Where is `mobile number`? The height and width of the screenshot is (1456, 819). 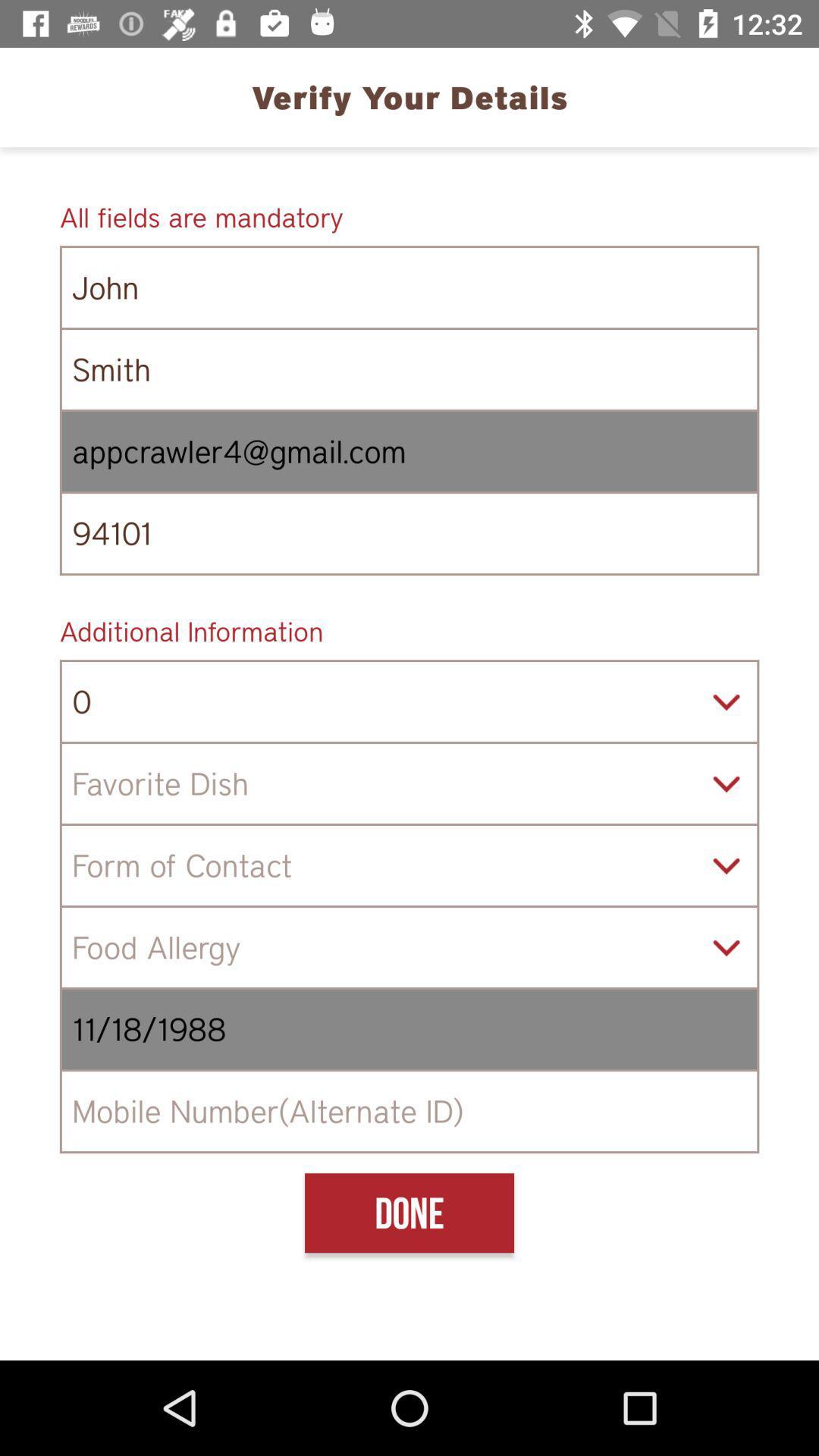 mobile number is located at coordinates (409, 1111).